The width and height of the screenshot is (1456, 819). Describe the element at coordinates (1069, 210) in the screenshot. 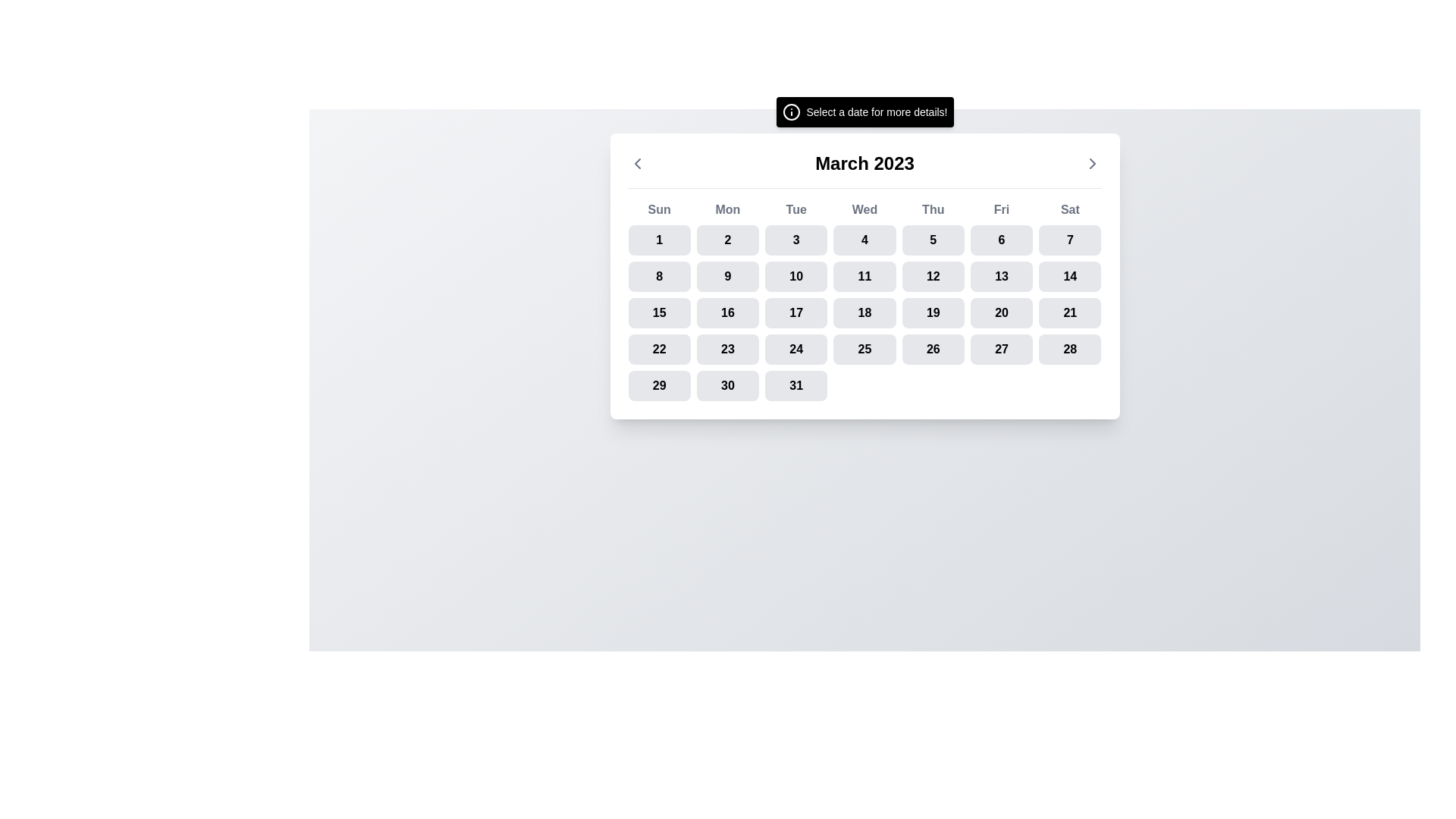

I see `the header label representing Saturday in the calendar interface, which is the last item in the grid layout of weekday abbreviations` at that location.